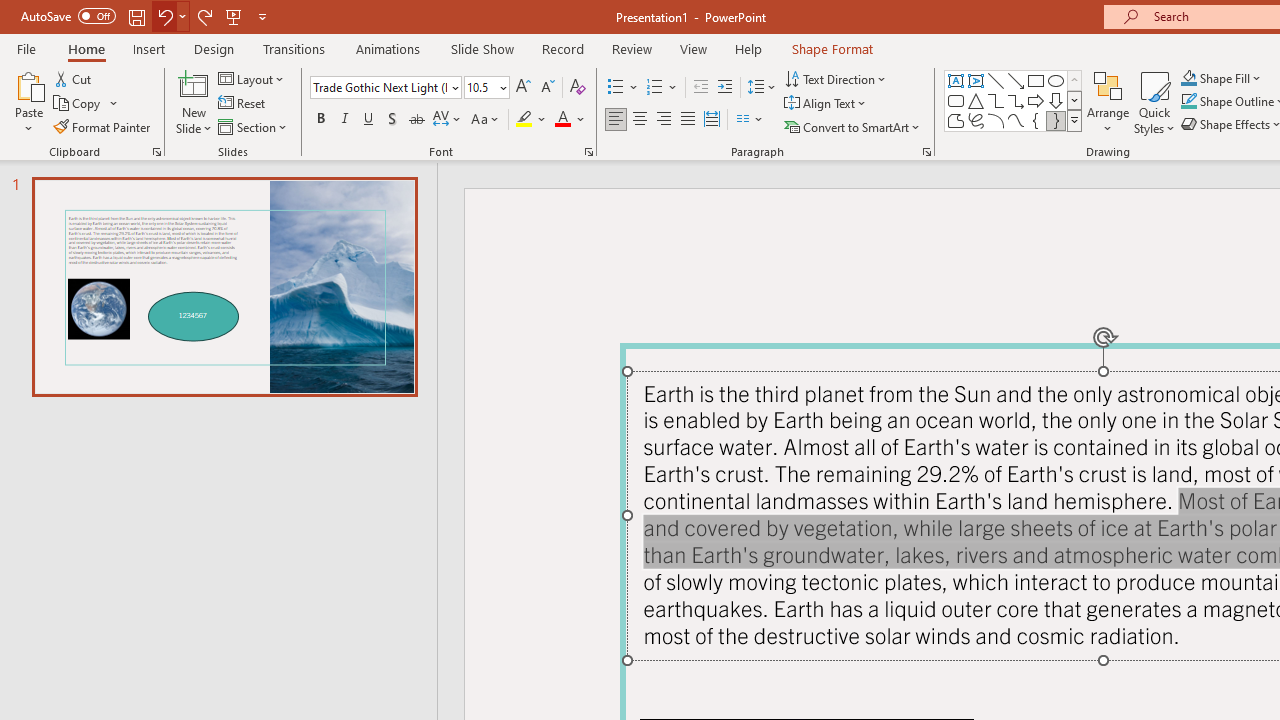  I want to click on 'Shape Outline Teal, Accent 1', so click(1189, 101).